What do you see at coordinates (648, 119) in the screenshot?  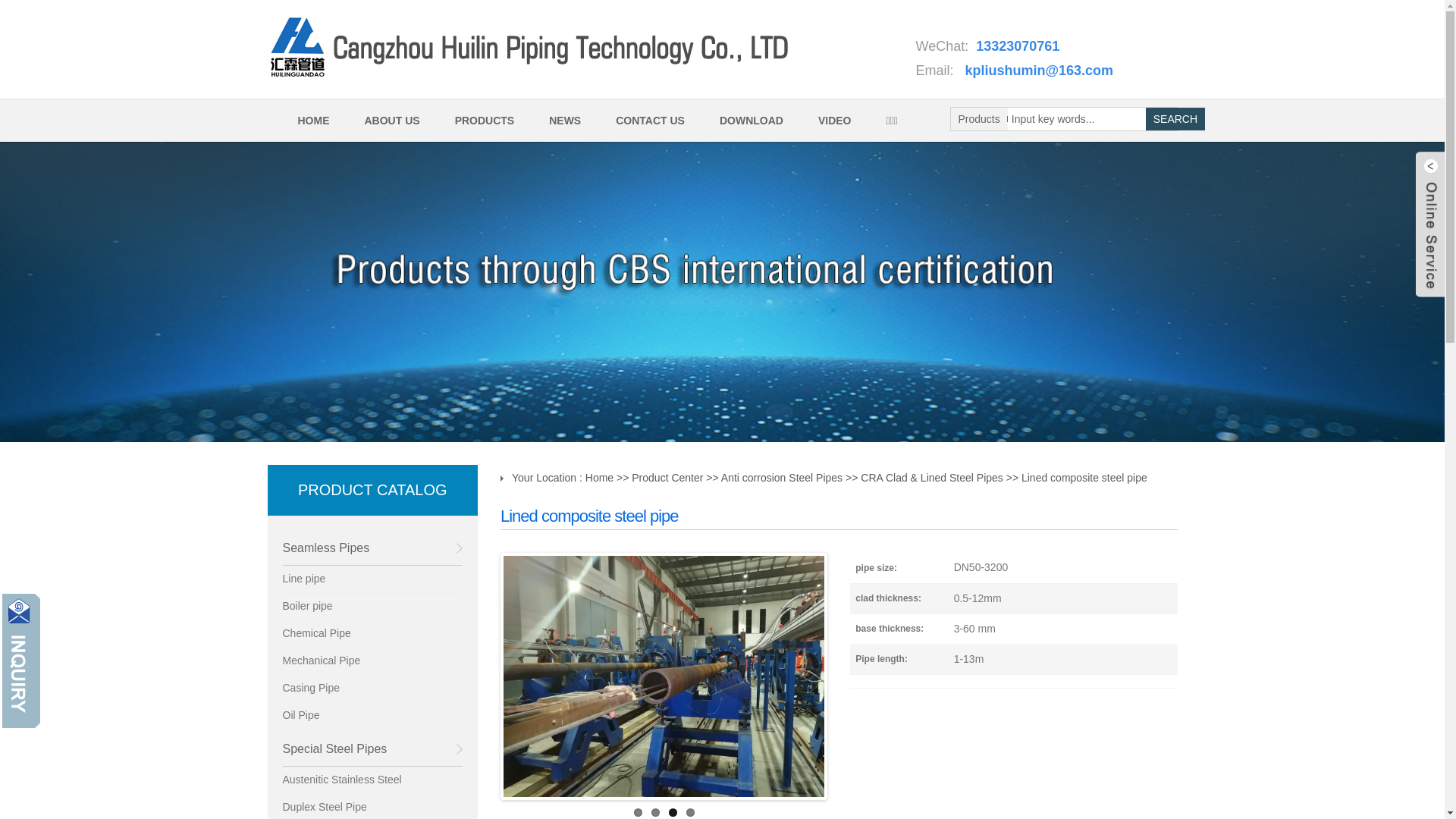 I see `'CONTACT US'` at bounding box center [648, 119].